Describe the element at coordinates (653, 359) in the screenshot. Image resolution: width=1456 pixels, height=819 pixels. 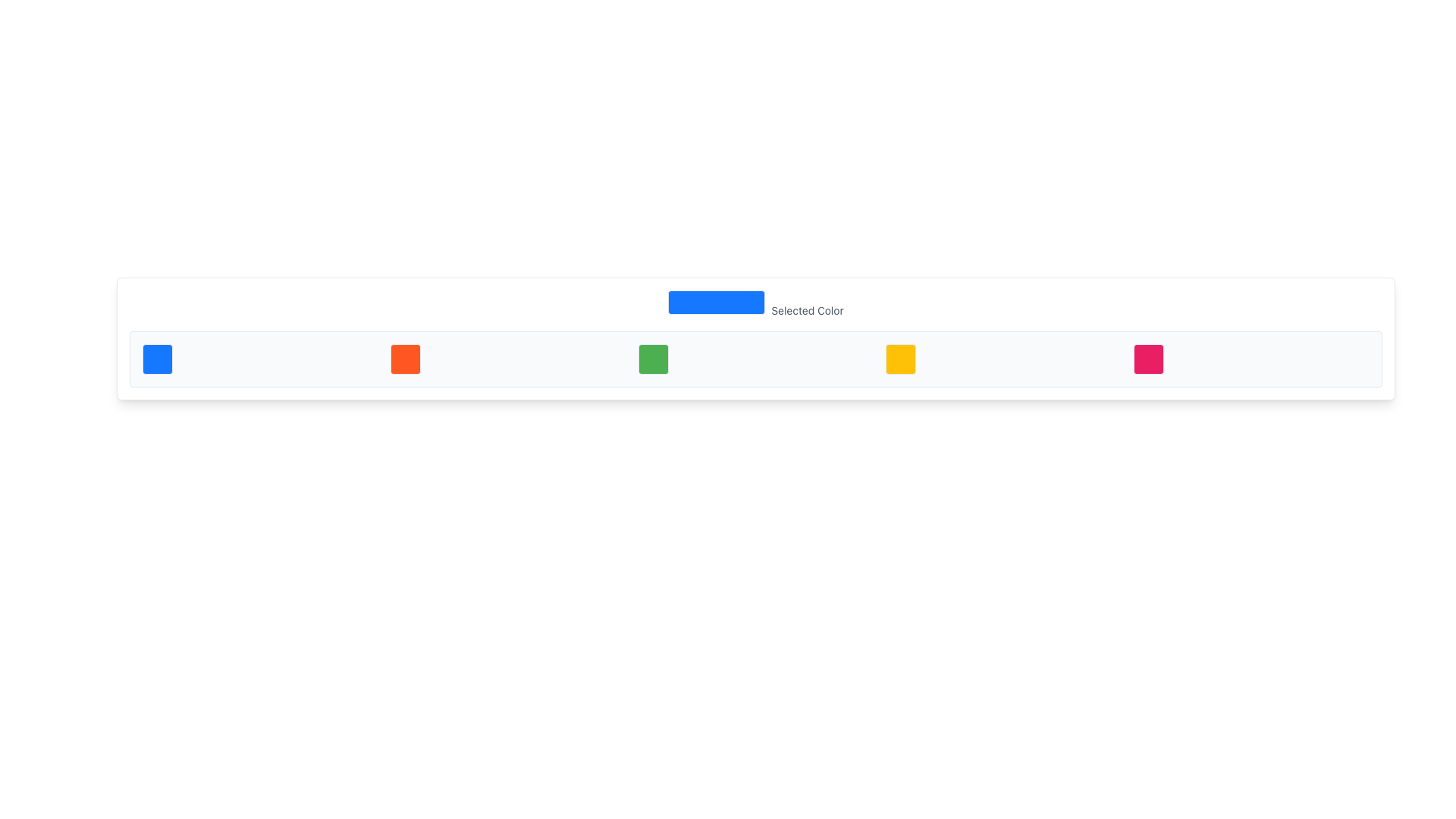
I see `the green colored box with rounded corners, which is the third square in a row of five squares` at that location.